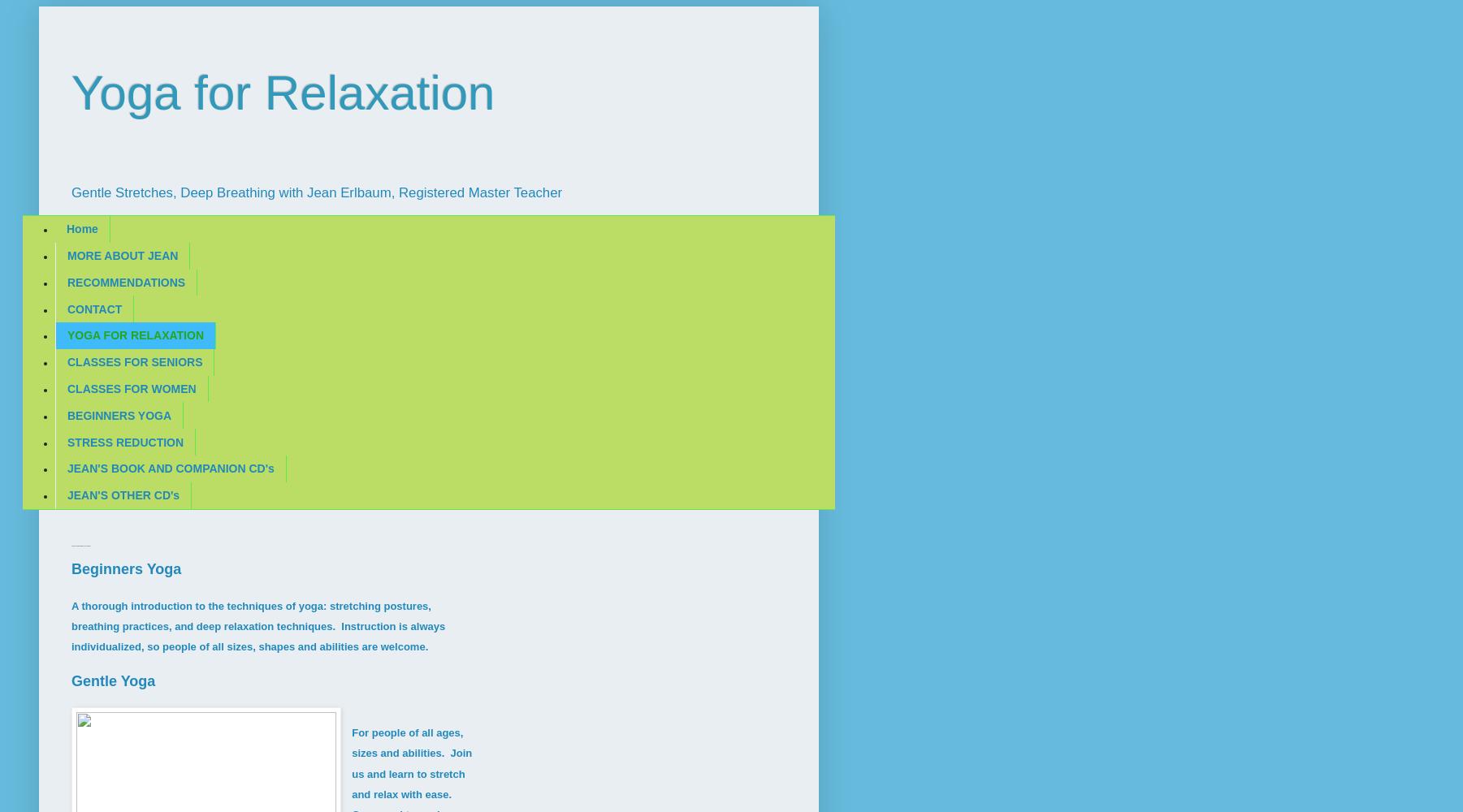  Describe the element at coordinates (71, 626) in the screenshot. I see `'A
 thorough introduction to the techniques of yoga: stretching postures, 
breathing practices, and deep relaxation techniques.  Instruction is 
always individualized, so people of all sizes, shapes and abilities are 
welcome.'` at that location.